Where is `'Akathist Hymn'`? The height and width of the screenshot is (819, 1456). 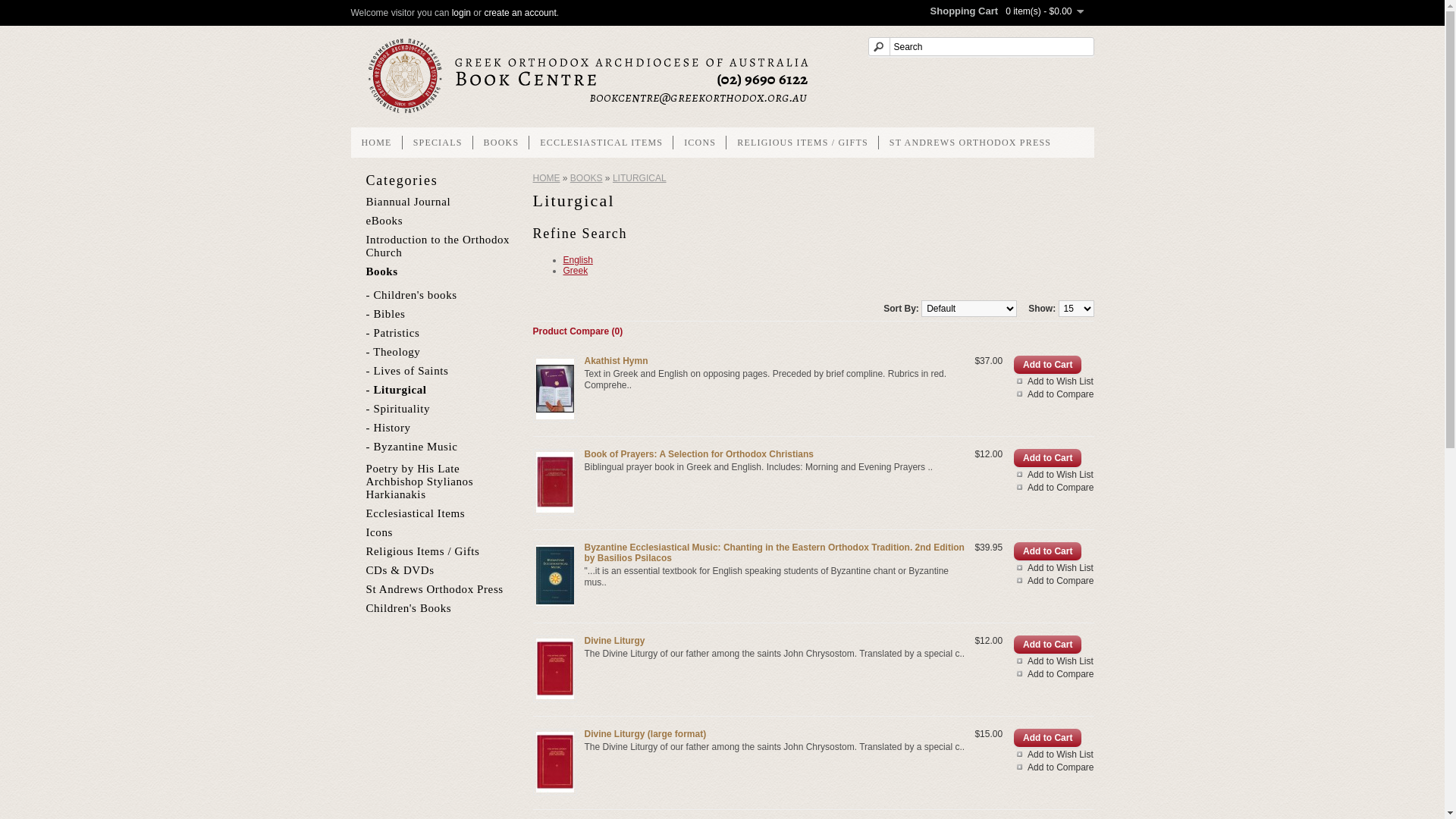 'Akathist Hymn' is located at coordinates (615, 360).